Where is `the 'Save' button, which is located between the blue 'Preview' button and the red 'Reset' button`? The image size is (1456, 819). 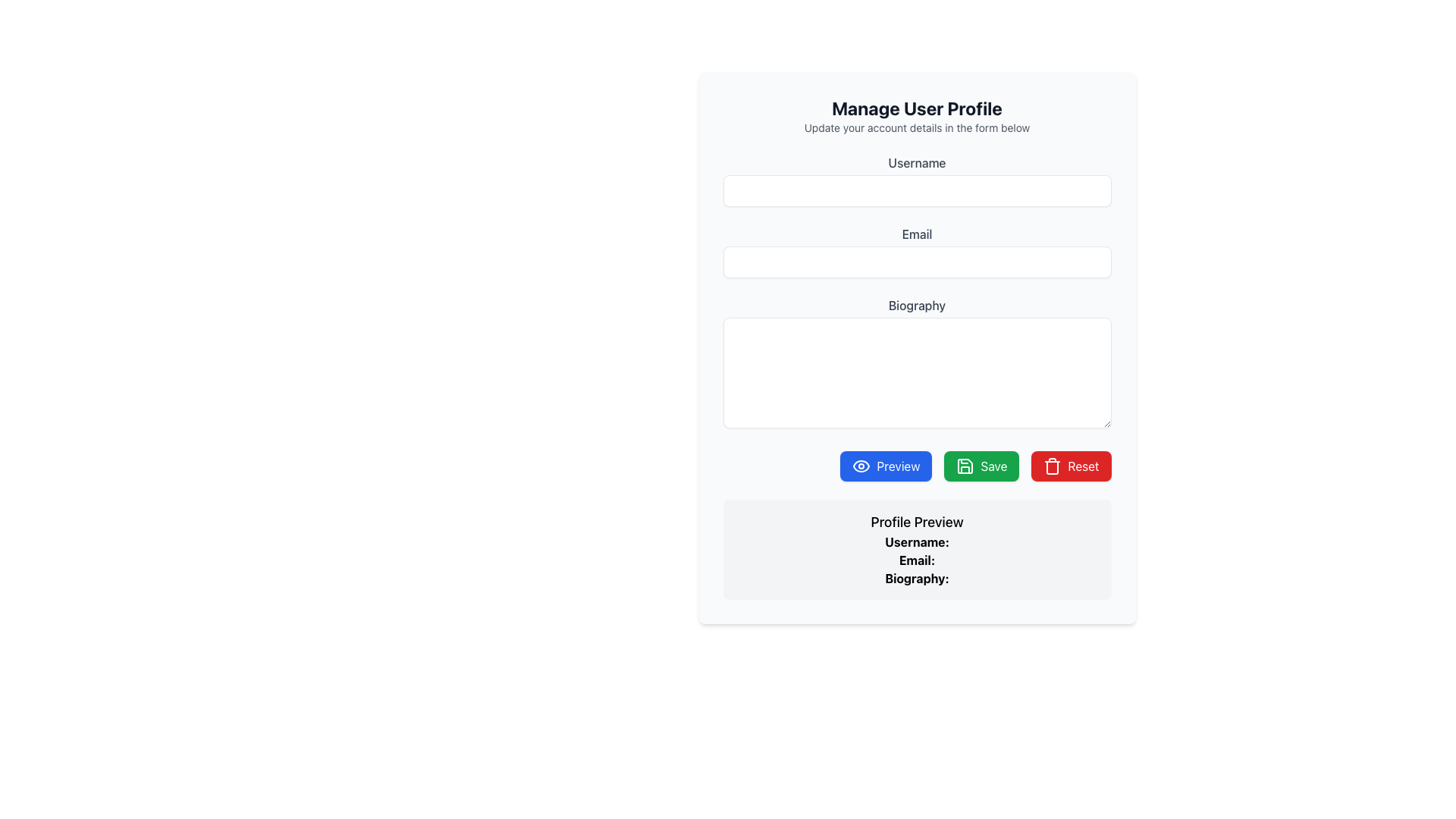 the 'Save' button, which is located between the blue 'Preview' button and the red 'Reset' button is located at coordinates (981, 465).